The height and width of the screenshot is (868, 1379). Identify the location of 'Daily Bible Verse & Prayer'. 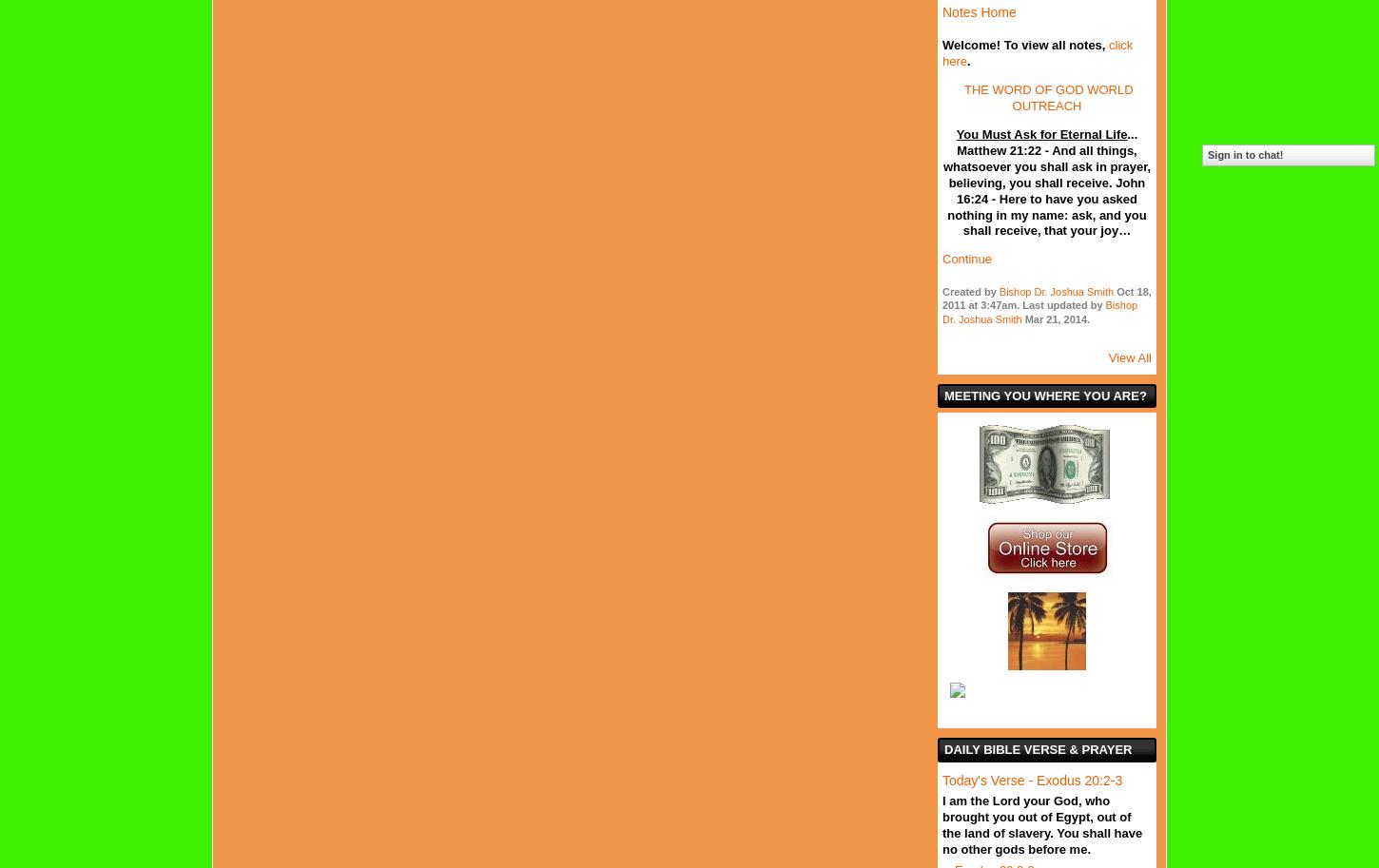
(1037, 749).